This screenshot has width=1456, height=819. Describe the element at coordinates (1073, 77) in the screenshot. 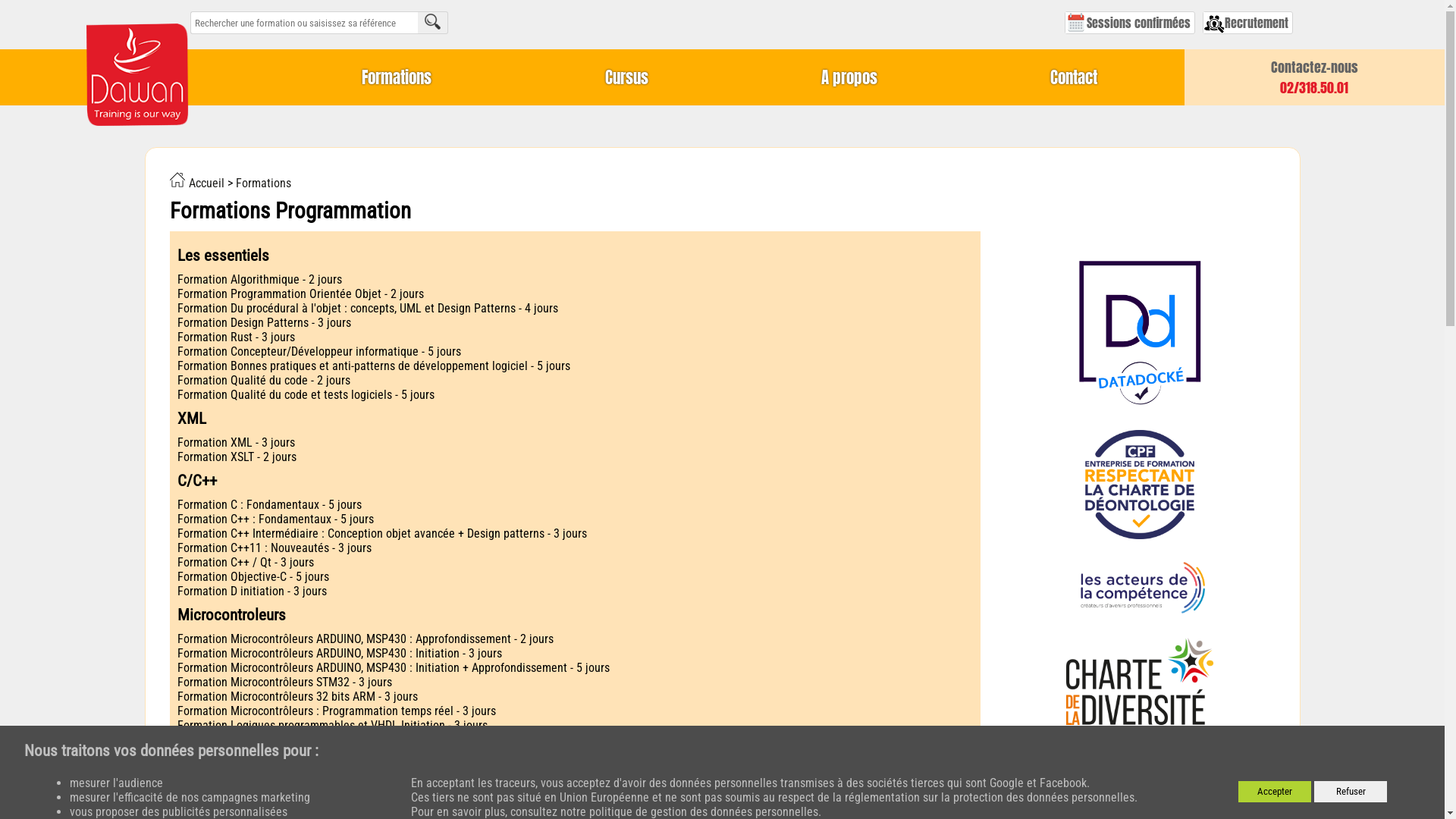

I see `'Contact'` at that location.